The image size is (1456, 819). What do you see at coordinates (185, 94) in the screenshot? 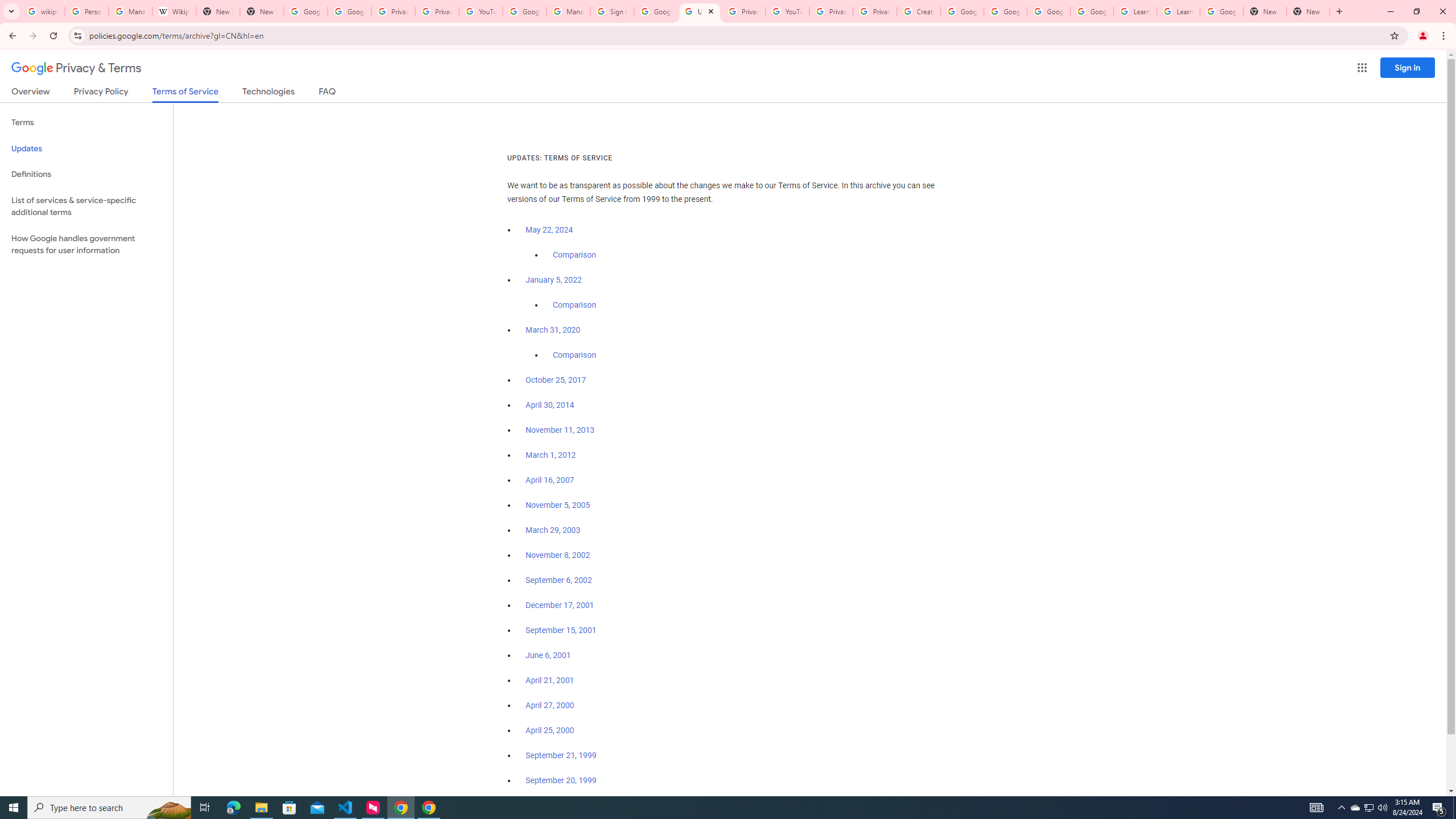
I see `'Terms of Service'` at bounding box center [185, 94].